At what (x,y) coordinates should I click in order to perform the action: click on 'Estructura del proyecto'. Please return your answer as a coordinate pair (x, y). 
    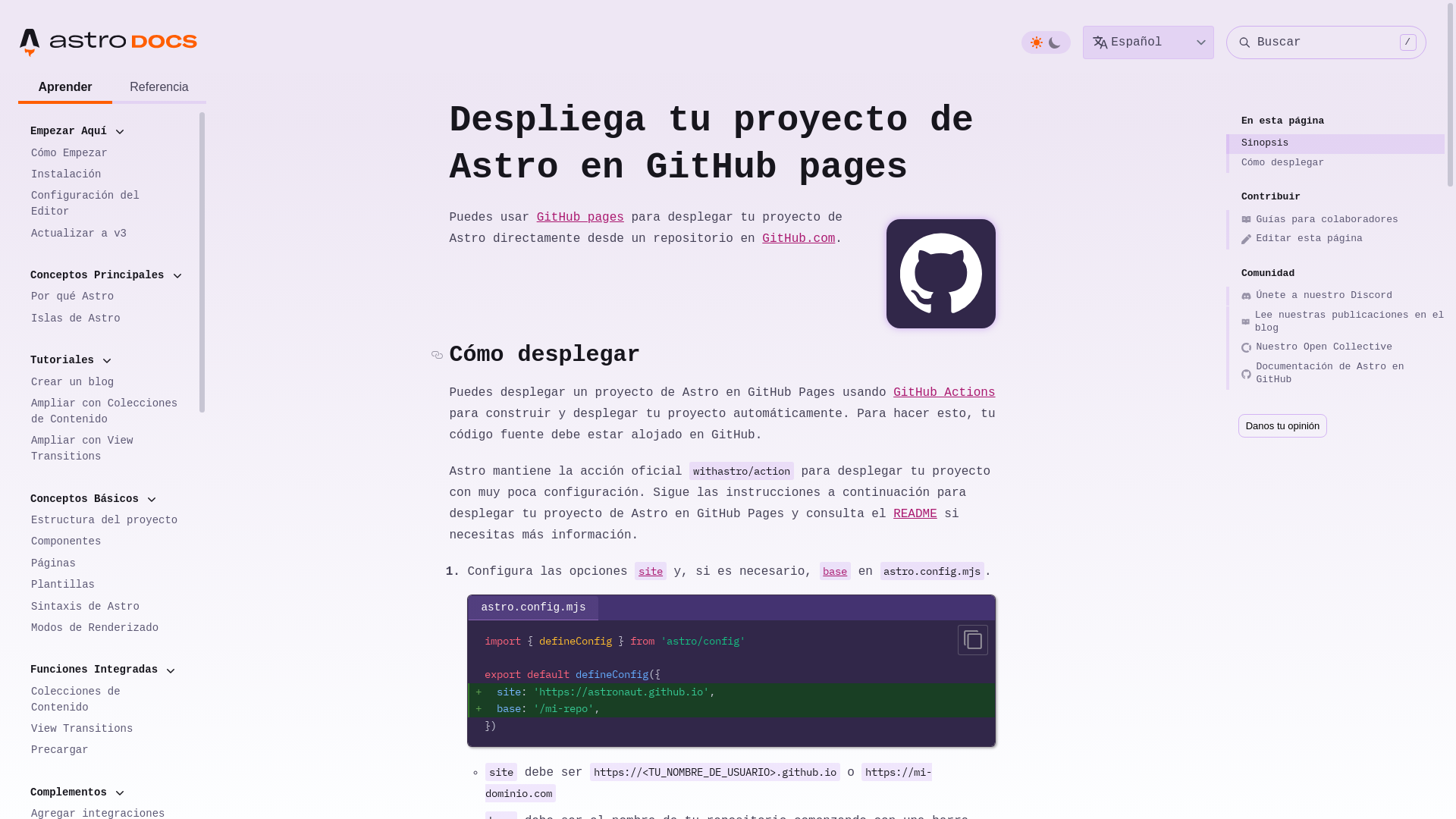
    Looking at the image, I should click on (106, 519).